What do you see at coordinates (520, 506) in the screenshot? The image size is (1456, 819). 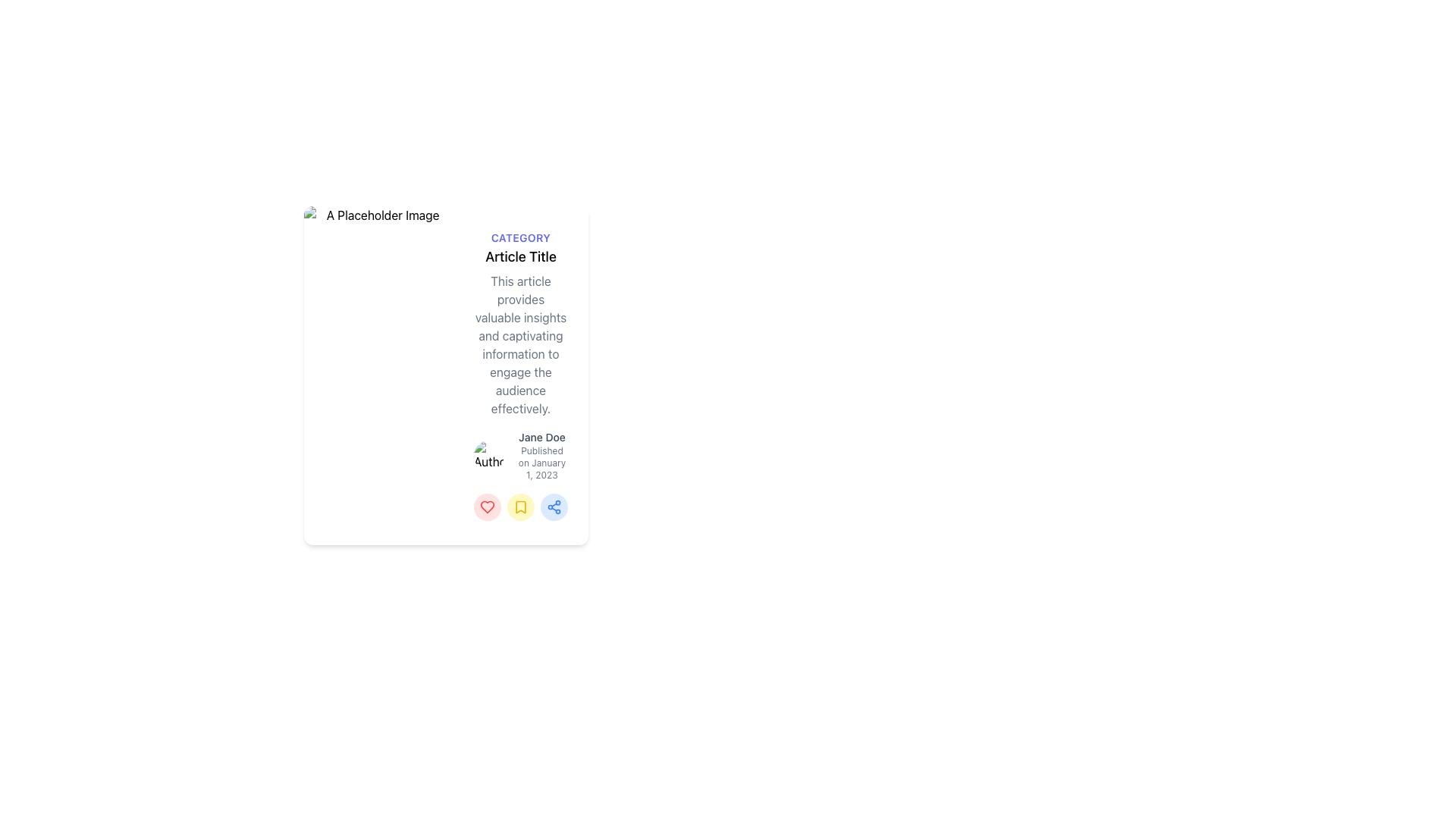 I see `the circular bookmark button with a light yellow background located beneath the article content to initiate bookmarking` at bounding box center [520, 506].